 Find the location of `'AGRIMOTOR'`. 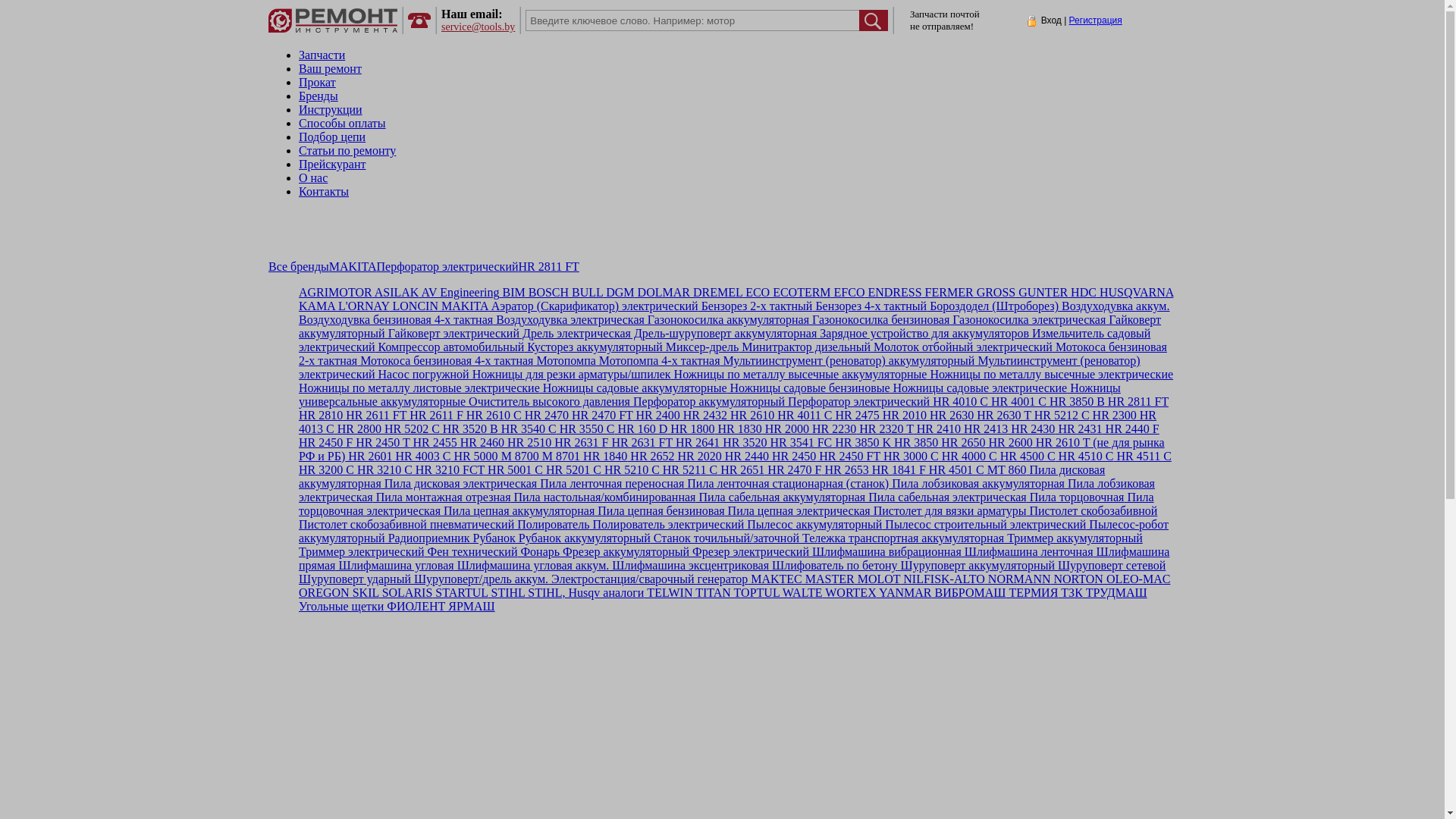

'AGRIMOTOR' is located at coordinates (298, 292).